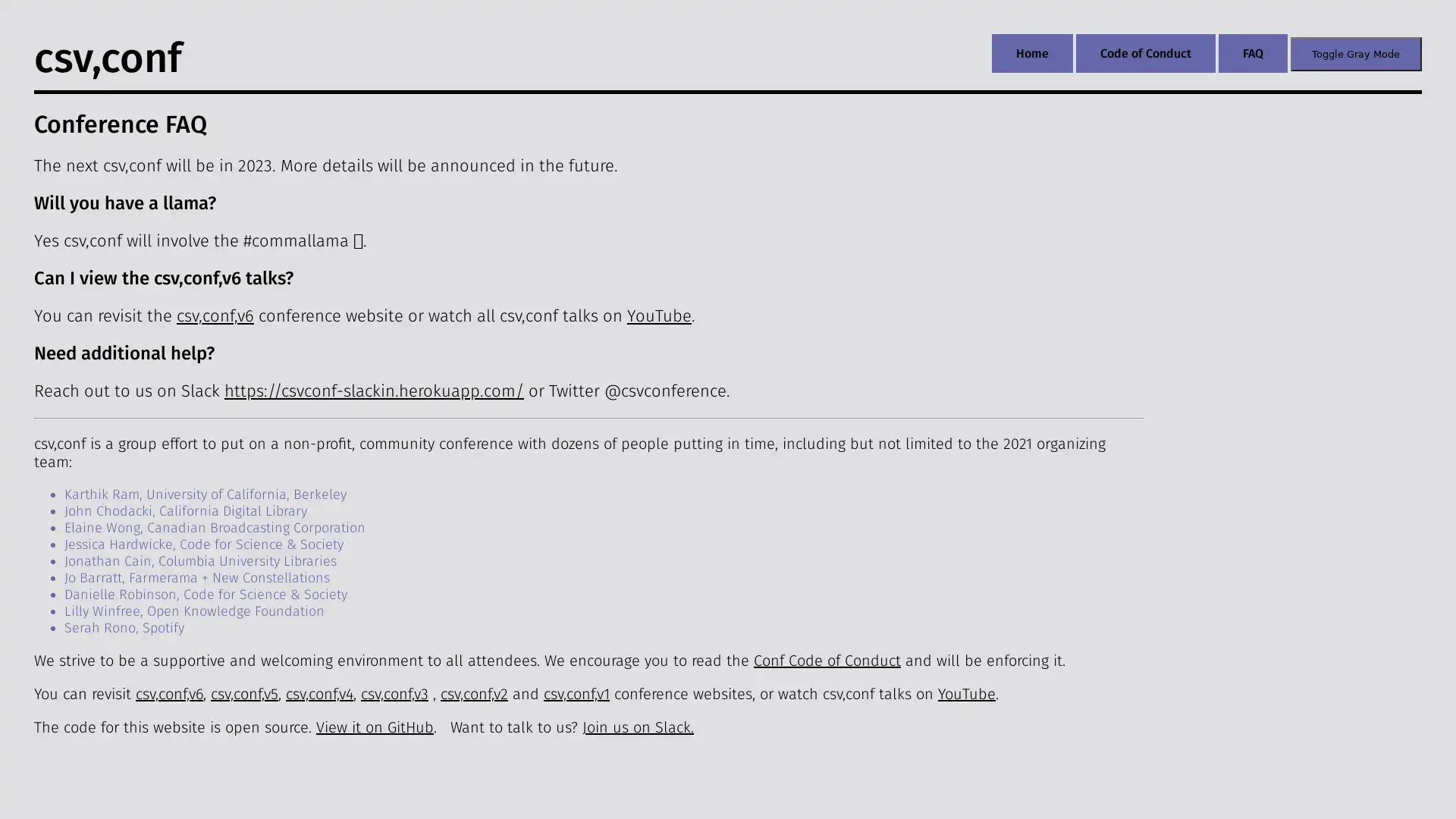 Image resolution: width=1456 pixels, height=819 pixels. What do you see at coordinates (1356, 52) in the screenshot?
I see `Toggle Gray Mode` at bounding box center [1356, 52].